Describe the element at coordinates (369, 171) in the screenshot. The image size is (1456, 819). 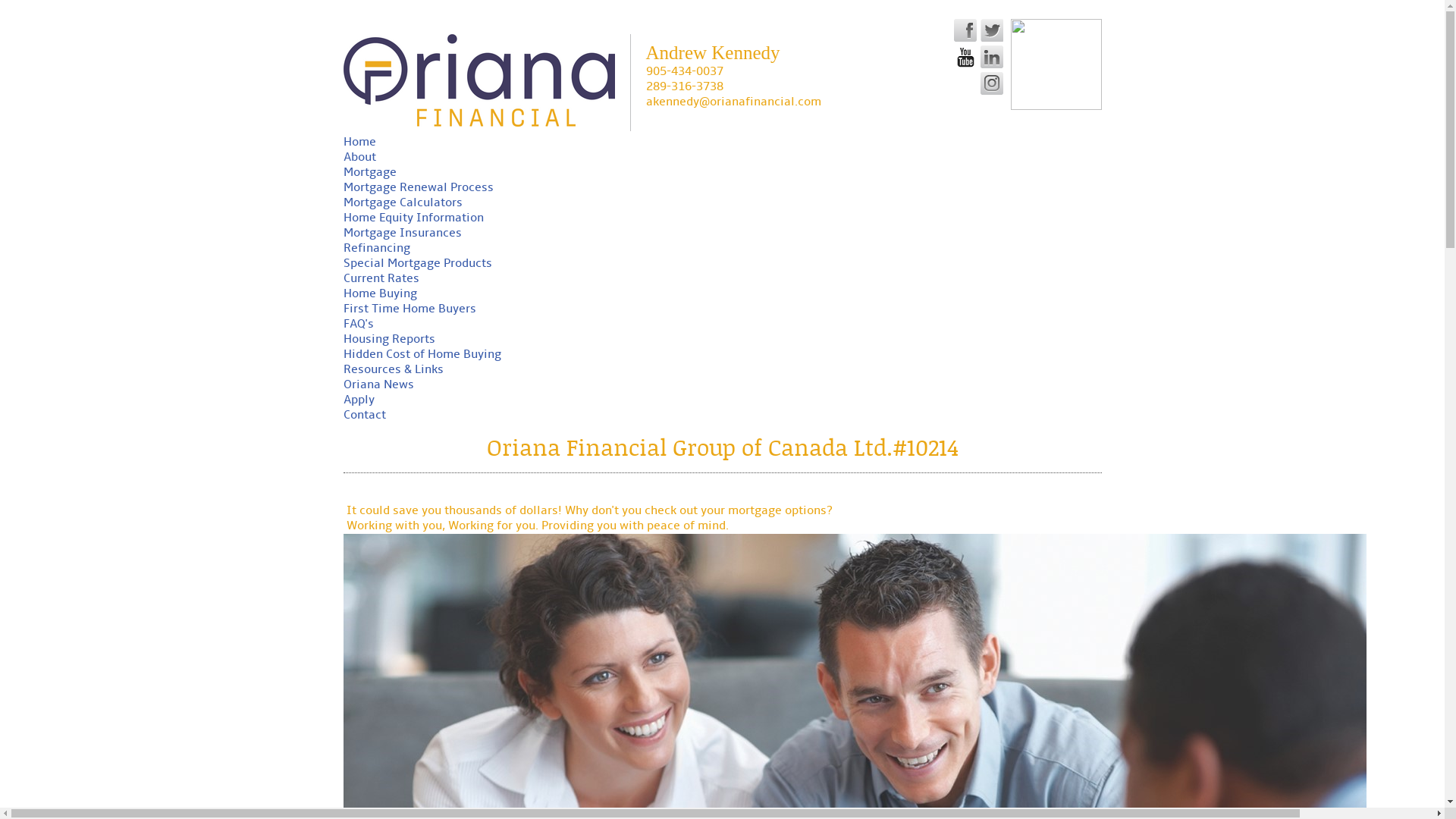
I see `'Mortgage'` at that location.